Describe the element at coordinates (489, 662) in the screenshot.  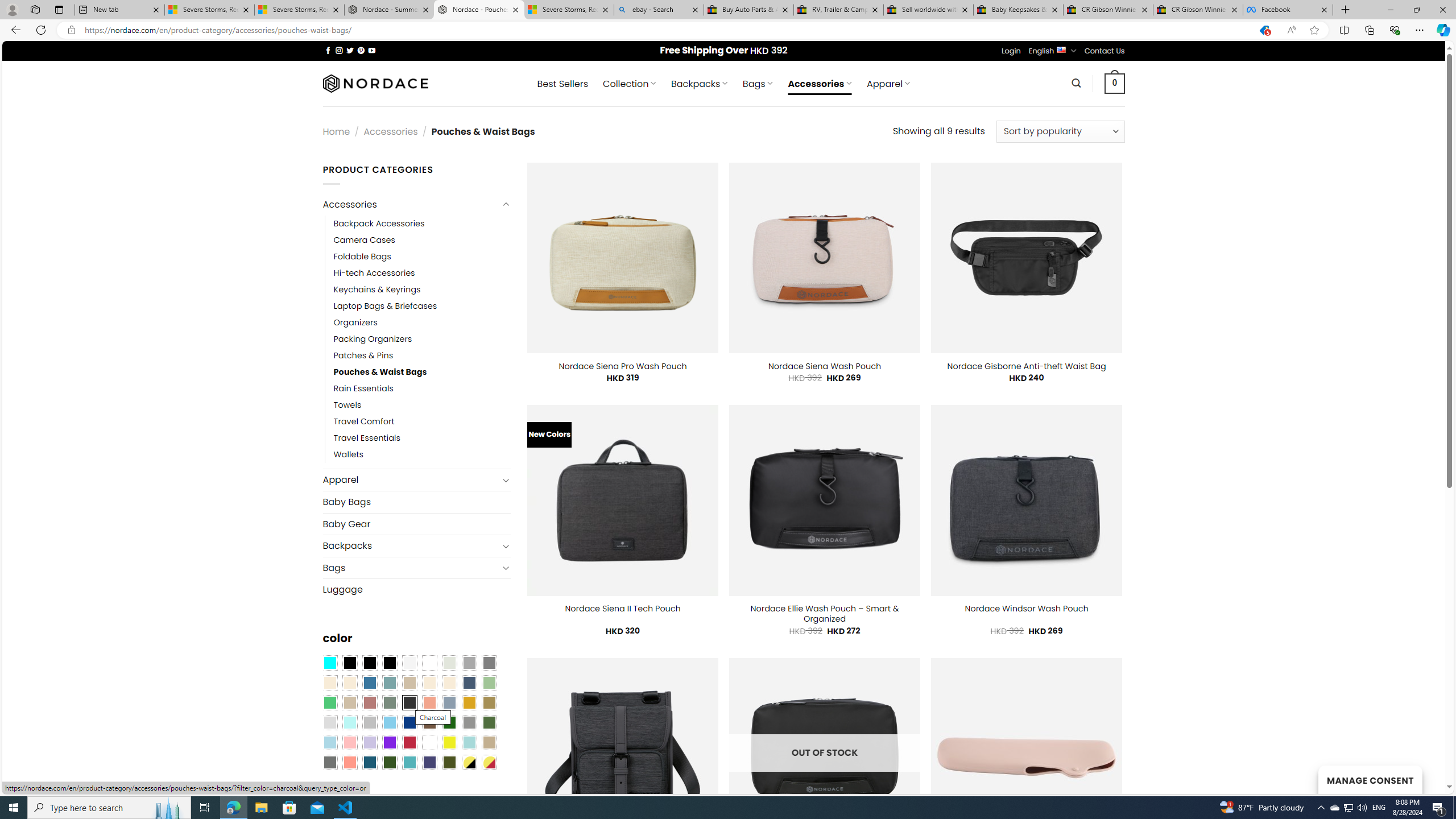
I see `'All Gray'` at that location.